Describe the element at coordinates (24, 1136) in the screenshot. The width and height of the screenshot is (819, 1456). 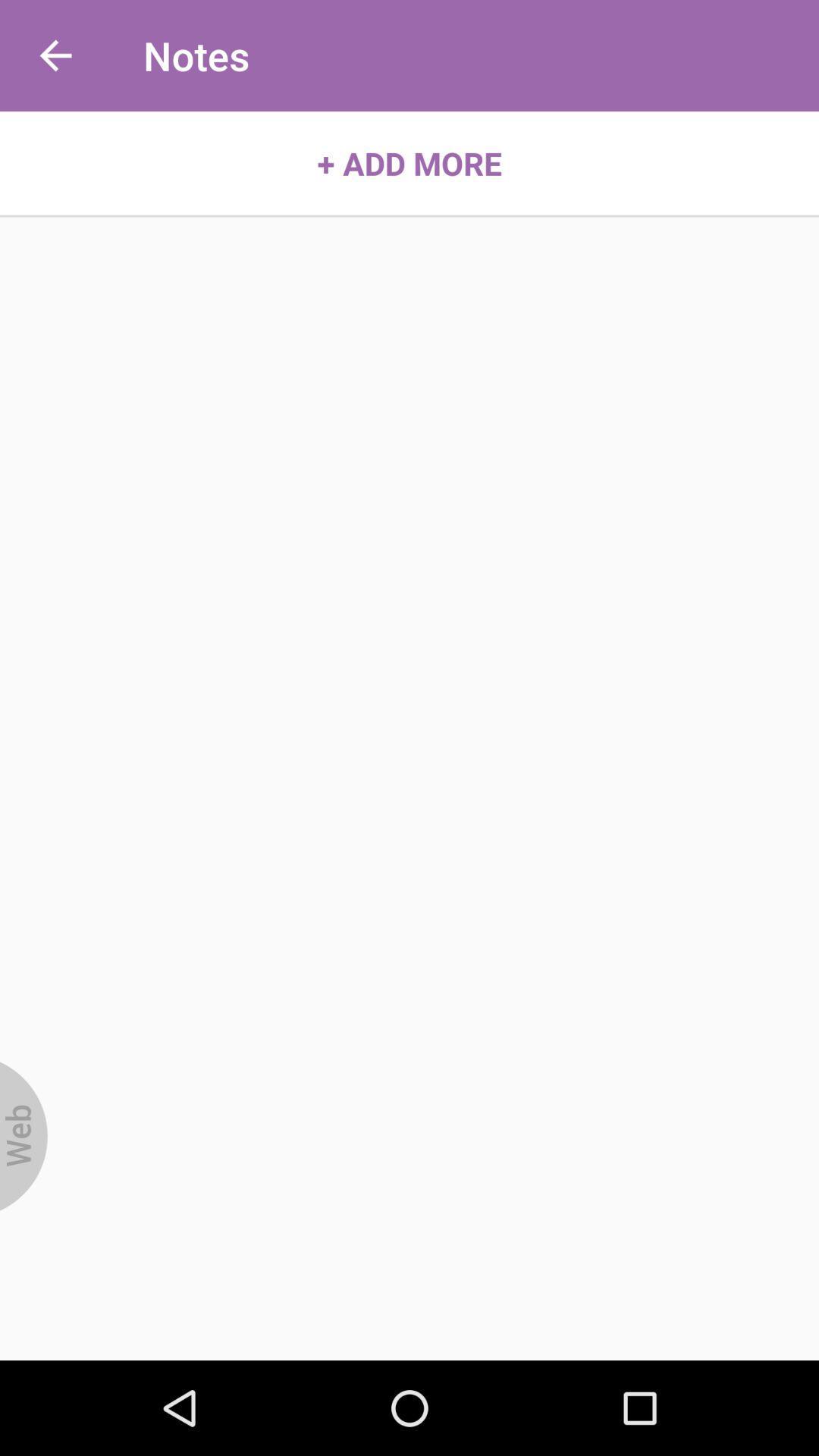
I see `web` at that location.